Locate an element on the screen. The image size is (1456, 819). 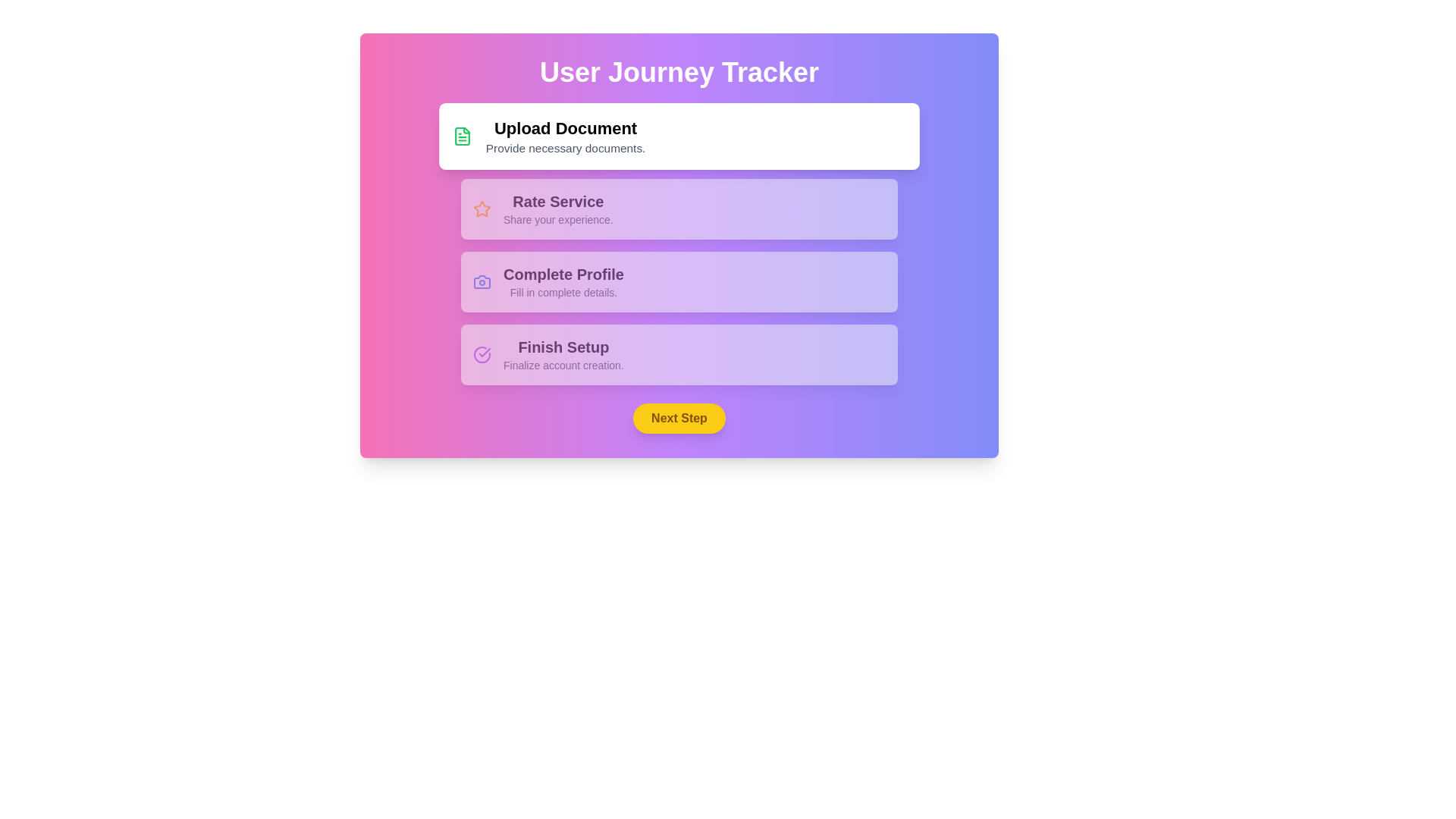
the 'Complete Profile' text label, which is bold and prominently displayed in a dark color, located in the second interactive block below the 'Rate Service' section is located at coordinates (563, 275).